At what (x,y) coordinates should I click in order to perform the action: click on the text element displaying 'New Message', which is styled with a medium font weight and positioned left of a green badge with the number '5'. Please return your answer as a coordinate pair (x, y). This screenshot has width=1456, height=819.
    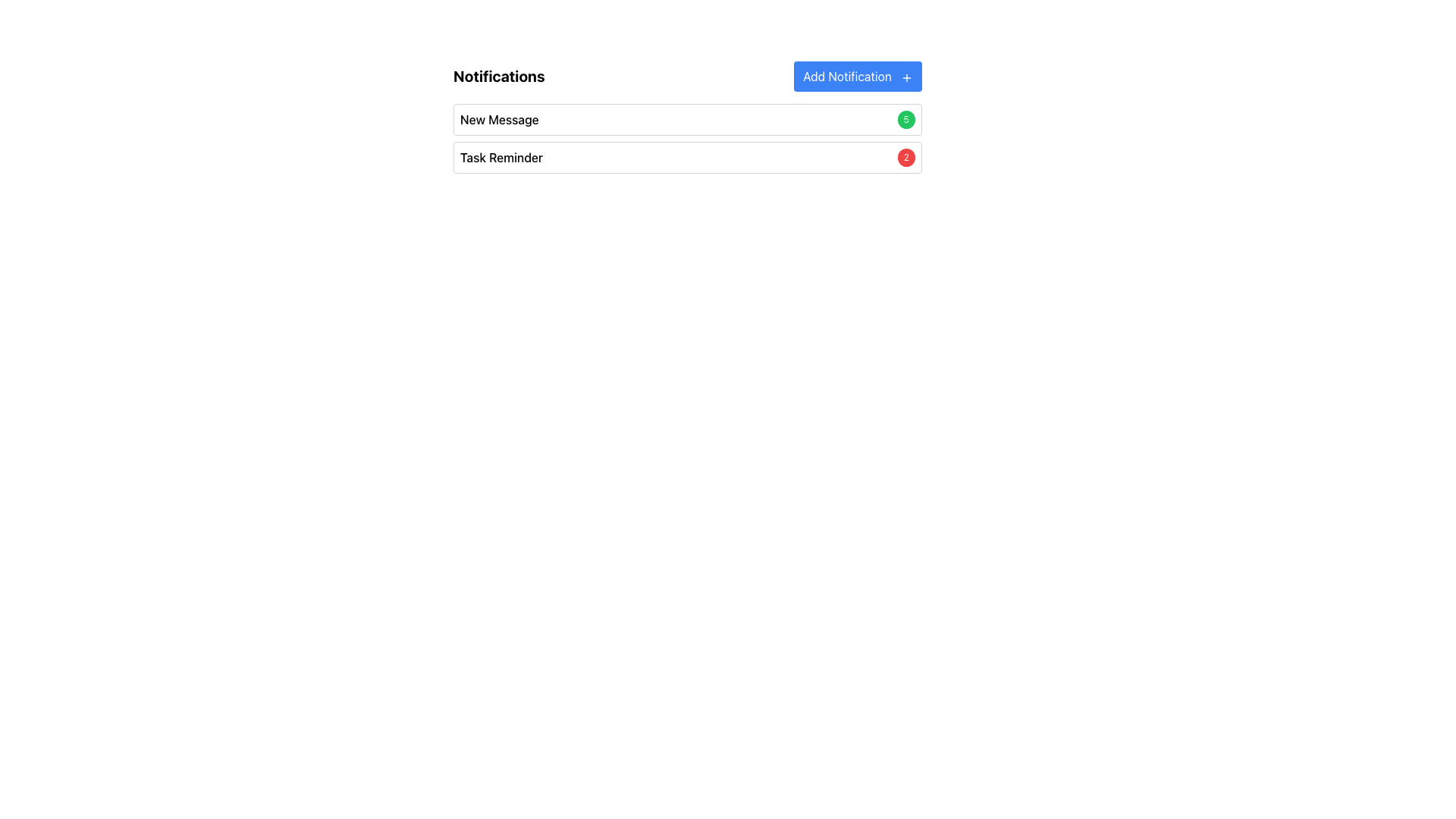
    Looking at the image, I should click on (499, 119).